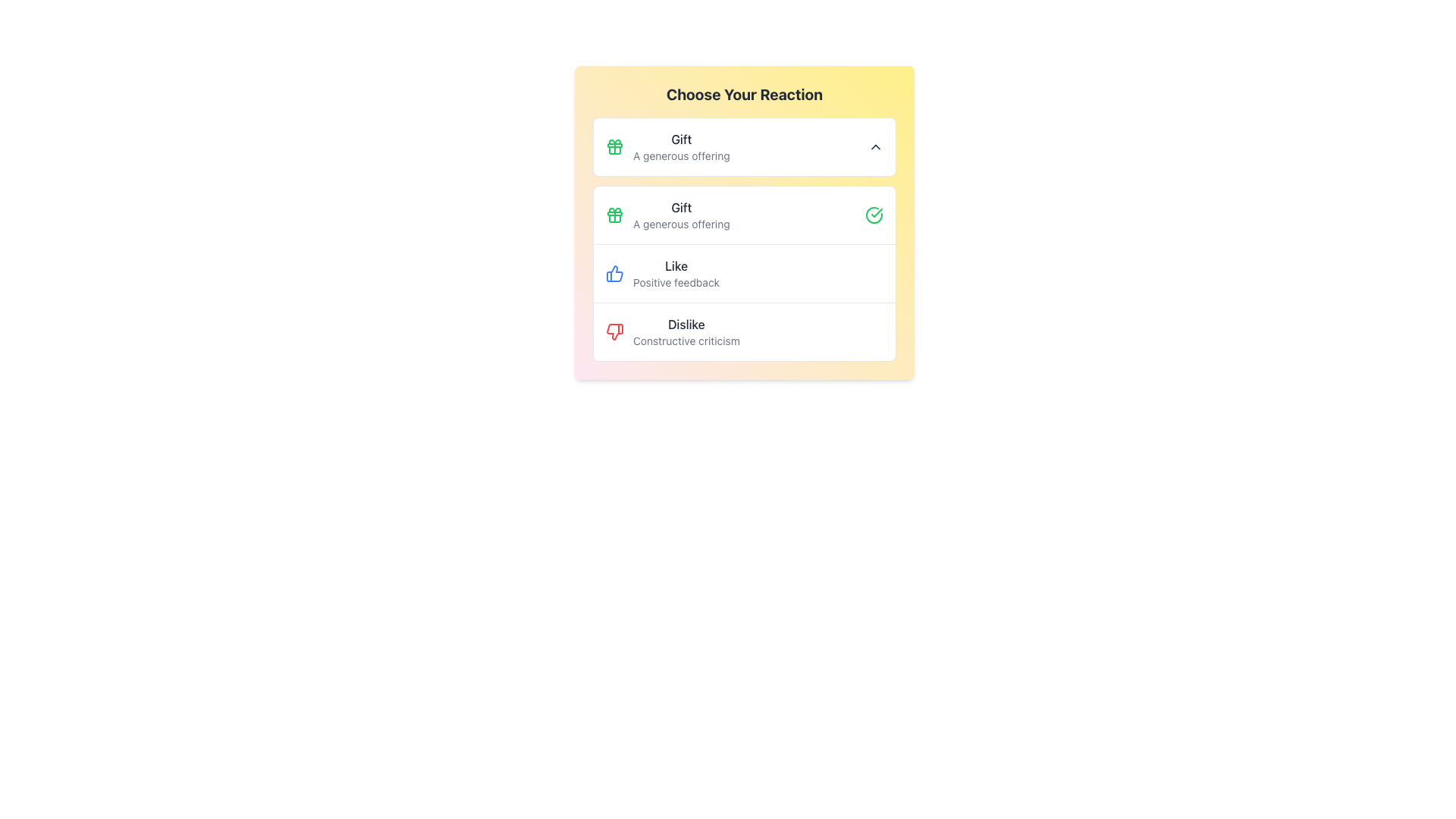  What do you see at coordinates (680, 224) in the screenshot?
I see `text from the label that displays 'A generous offering', which is styled with a smaller font size and lighter gray color, located below the bold text 'Gift' in the second list entry of a vertically aligned list` at bounding box center [680, 224].